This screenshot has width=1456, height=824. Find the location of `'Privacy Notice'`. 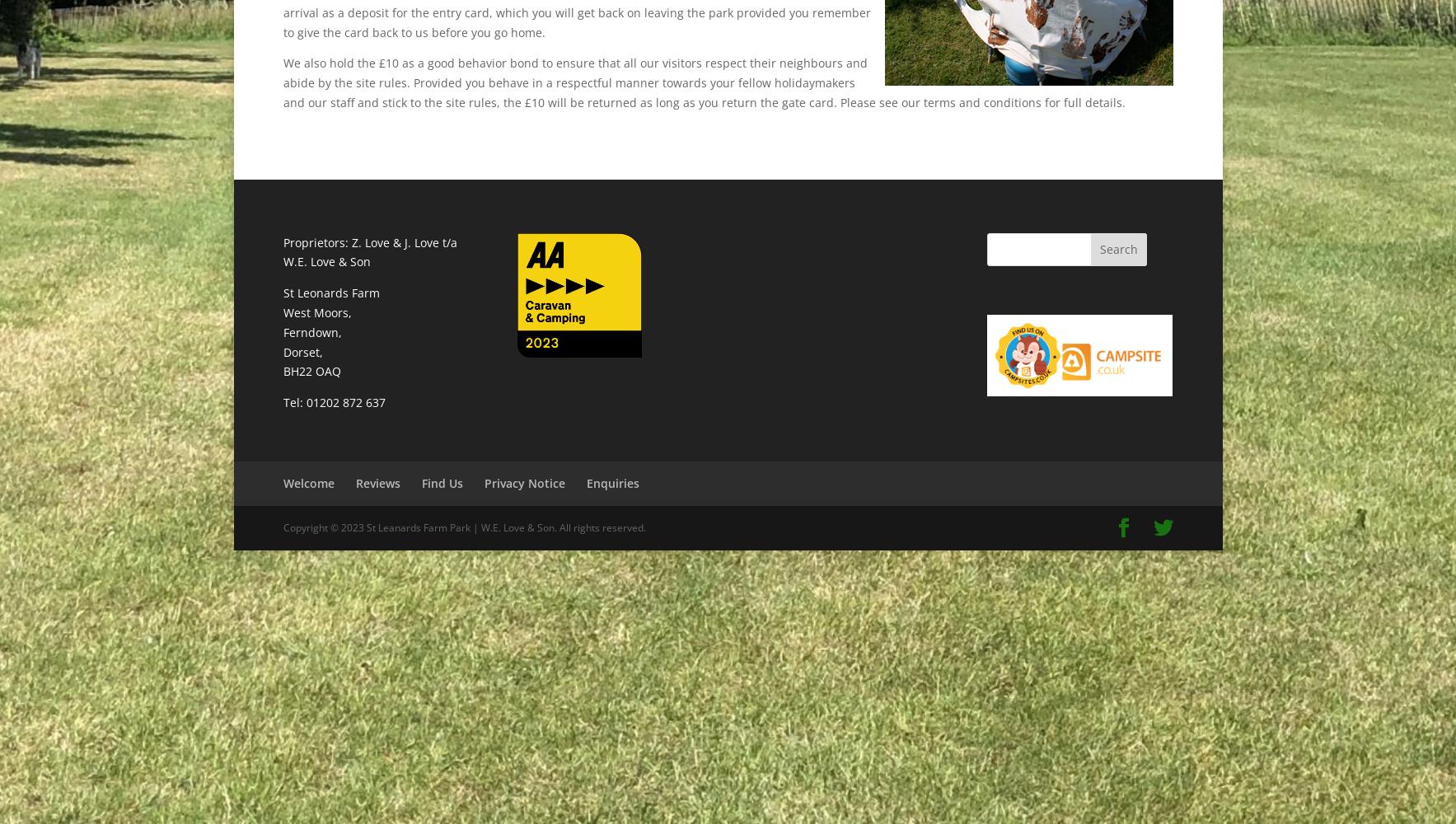

'Privacy Notice' is located at coordinates (522, 482).